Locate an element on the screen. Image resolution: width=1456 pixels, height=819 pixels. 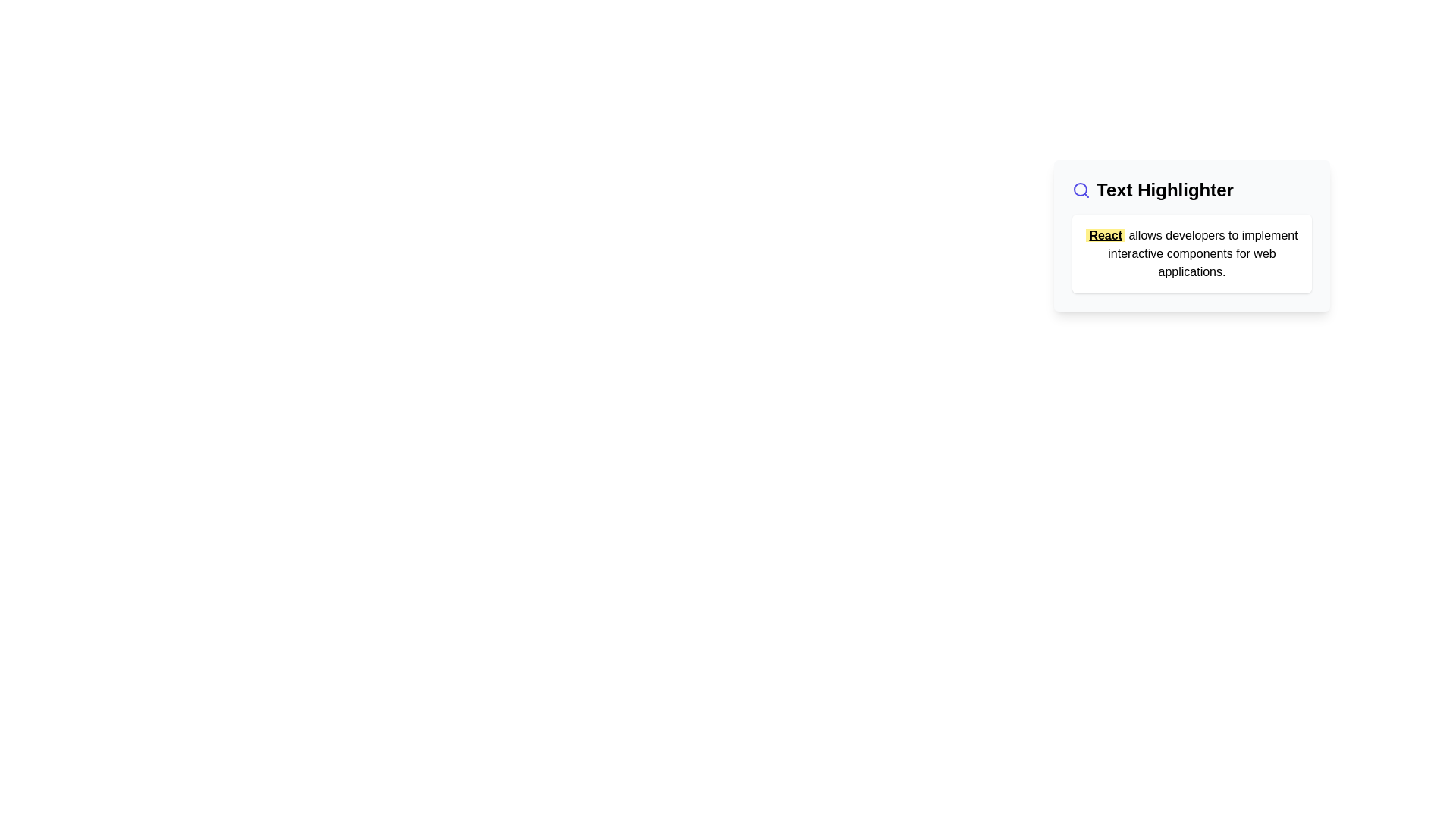
emphasized text 'React' located in the upper left-hand corner of the text block that reads 'React allows developers to implement interactive components for web applications.' is located at coordinates (1106, 235).